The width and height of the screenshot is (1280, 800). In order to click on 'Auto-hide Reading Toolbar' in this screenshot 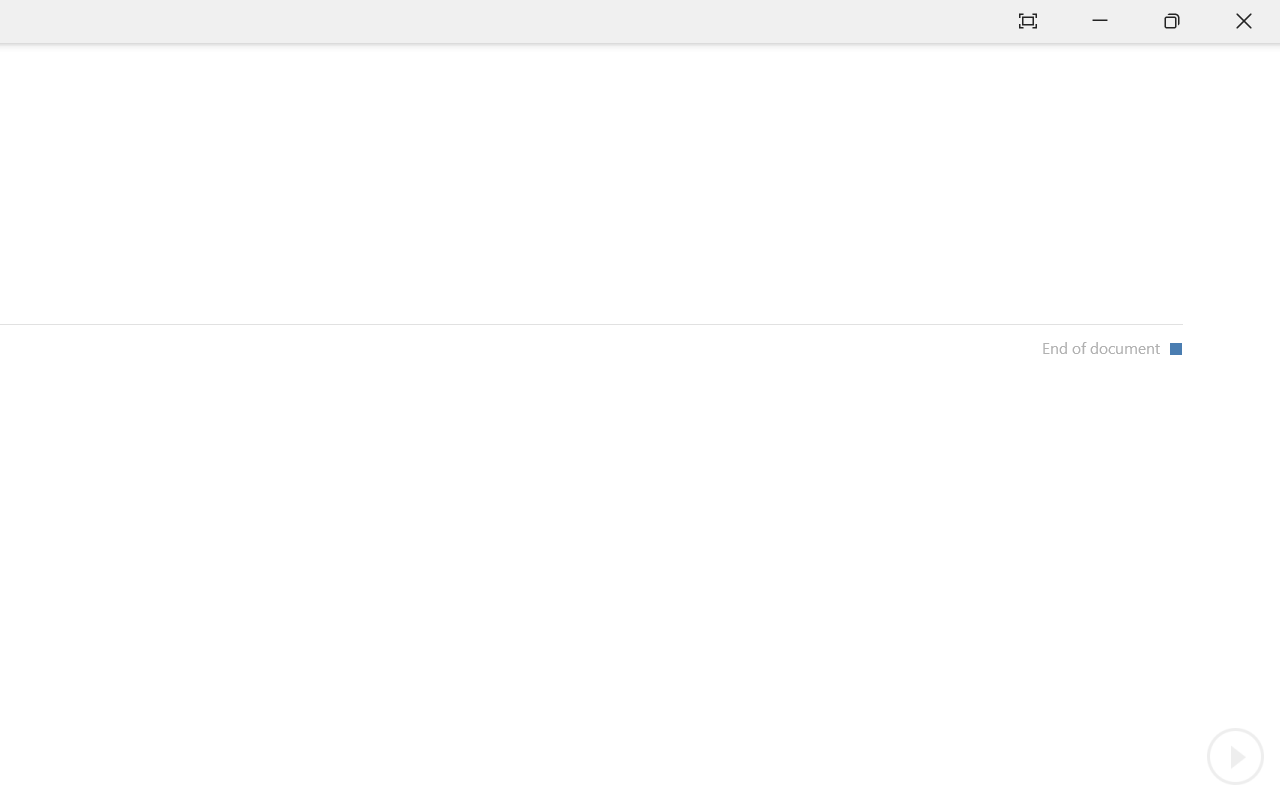, I will do `click(1027, 21)`.